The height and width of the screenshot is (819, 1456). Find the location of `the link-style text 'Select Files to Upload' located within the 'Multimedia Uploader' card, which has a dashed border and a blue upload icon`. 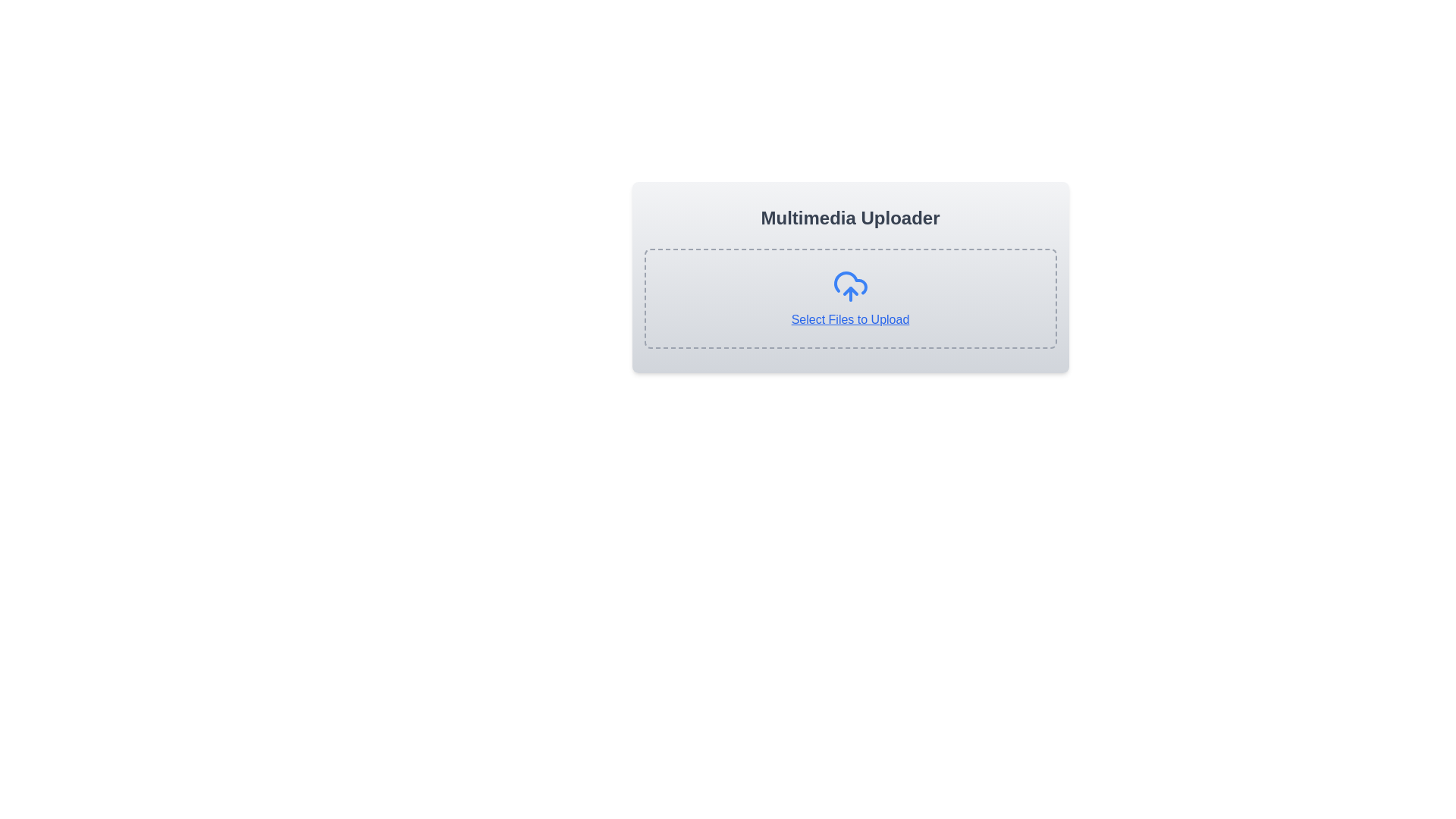

the link-style text 'Select Files to Upload' located within the 'Multimedia Uploader' card, which has a dashed border and a blue upload icon is located at coordinates (850, 278).